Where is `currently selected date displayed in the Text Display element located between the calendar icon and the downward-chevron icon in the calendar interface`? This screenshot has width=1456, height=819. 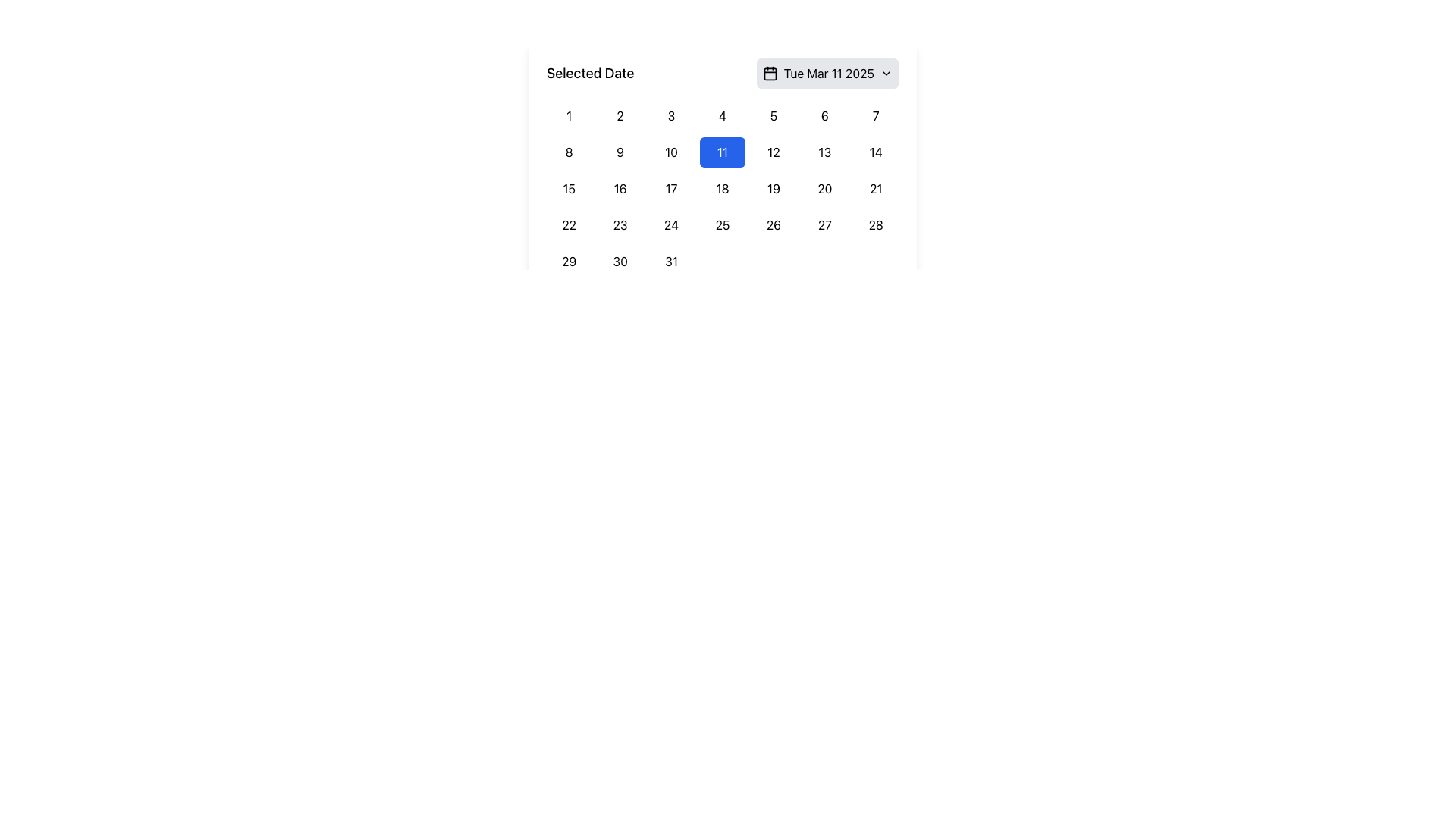
currently selected date displayed in the Text Display element located between the calendar icon and the downward-chevron icon in the calendar interface is located at coordinates (828, 73).